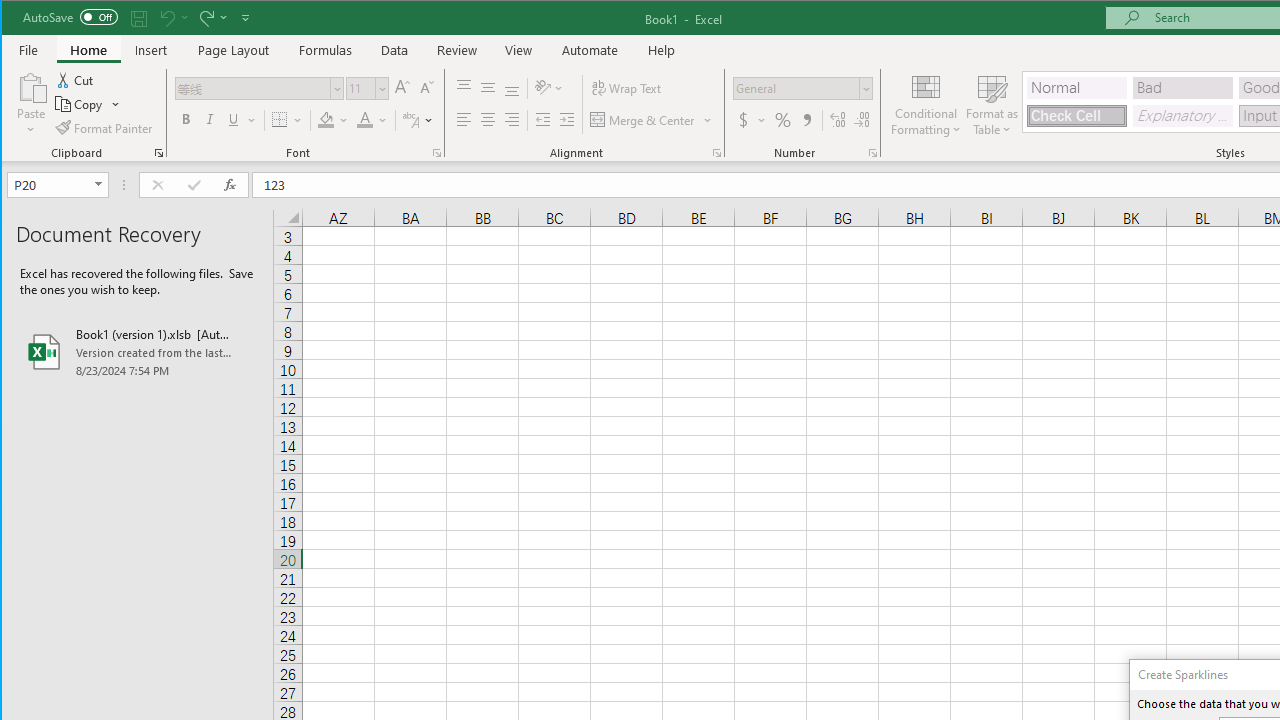 This screenshot has height=720, width=1280. I want to click on 'Fill Color RGB(255, 255, 0)', so click(325, 120).